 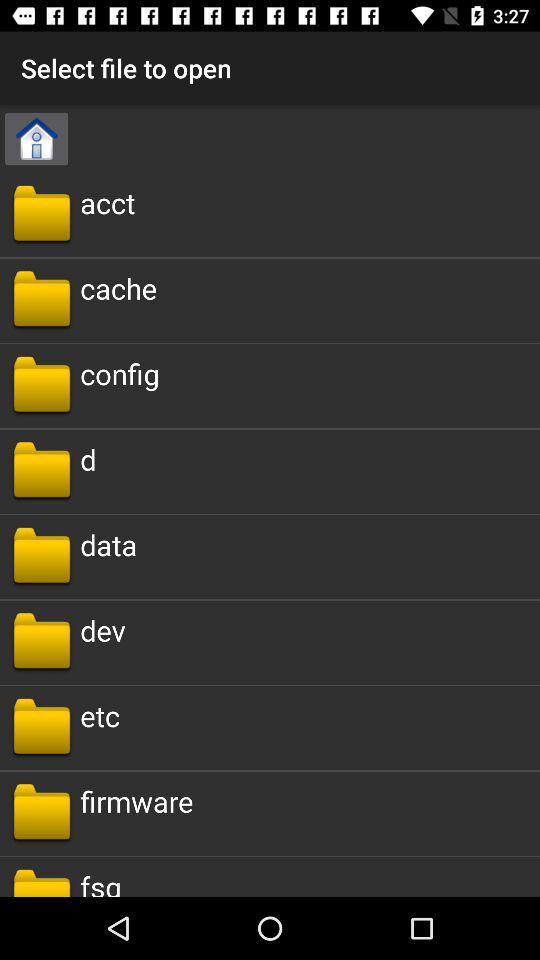 What do you see at coordinates (36, 138) in the screenshot?
I see `the home icon` at bounding box center [36, 138].